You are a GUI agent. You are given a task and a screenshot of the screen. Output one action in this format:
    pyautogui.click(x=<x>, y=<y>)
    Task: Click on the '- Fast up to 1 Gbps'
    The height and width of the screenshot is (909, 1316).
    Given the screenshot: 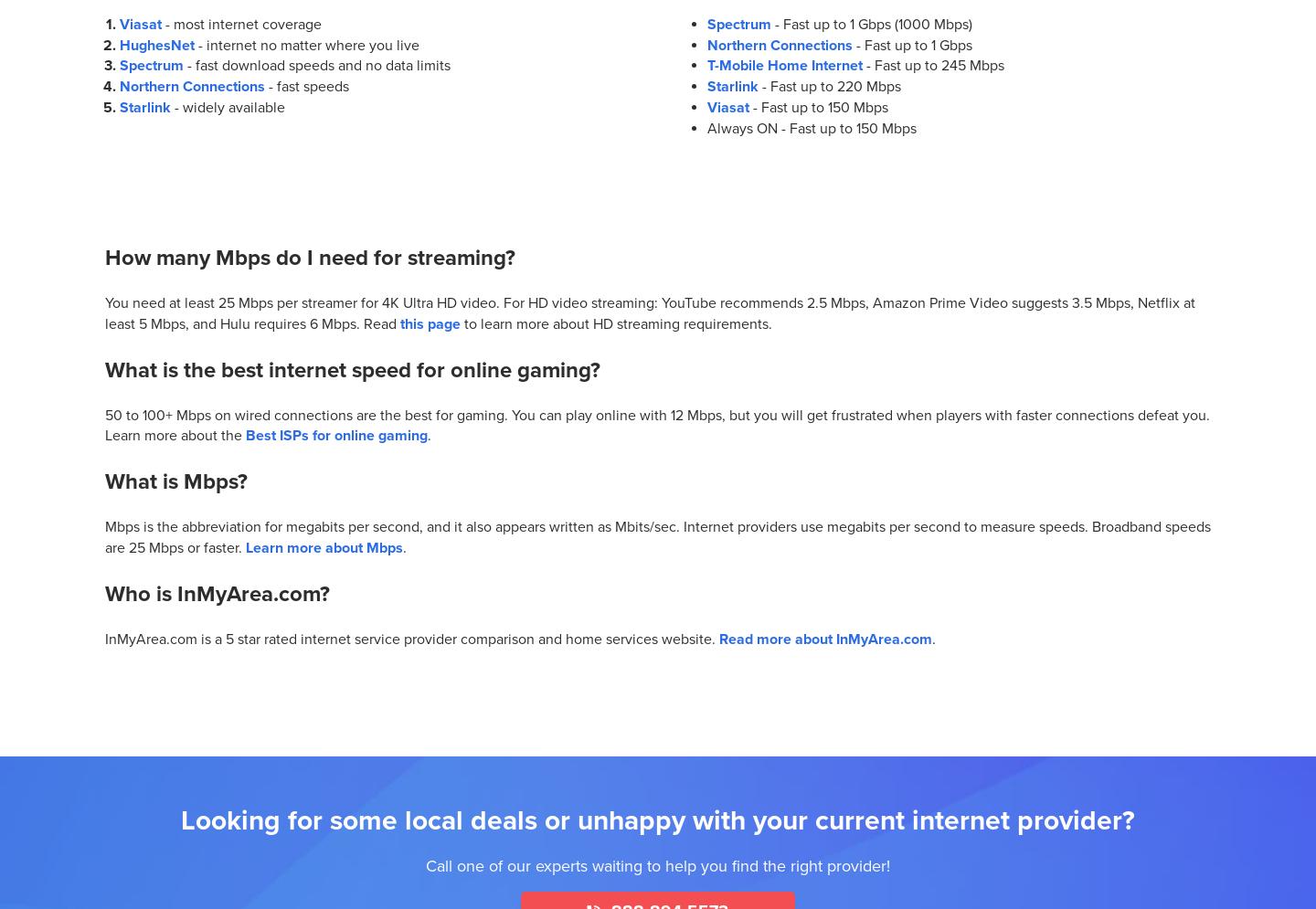 What is the action you would take?
    pyautogui.click(x=910, y=43)
    